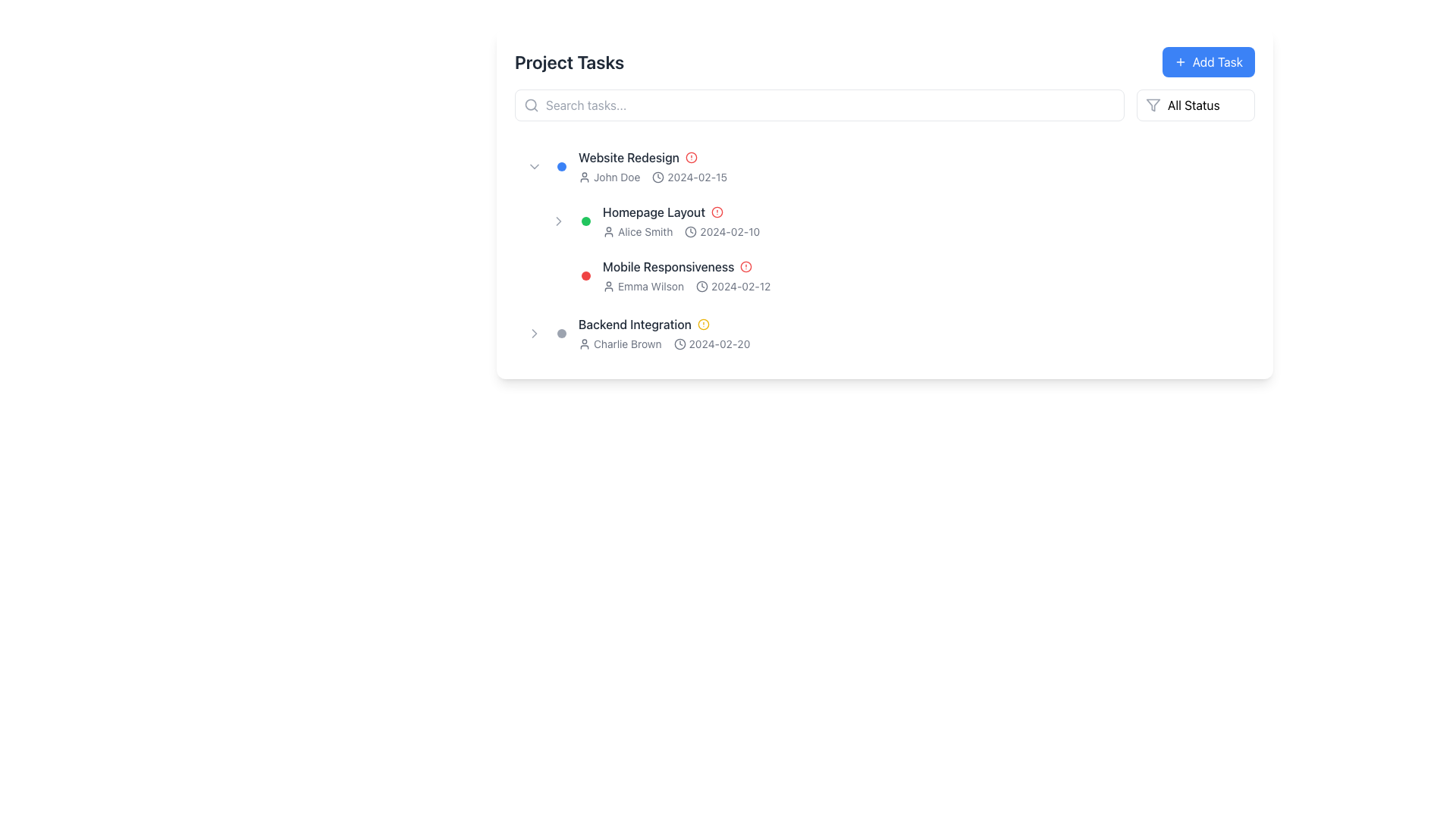  I want to click on the SVG icon representing a filter, which resembles a funnel and is located in the top-left section of the task search bar, so click(1153, 104).